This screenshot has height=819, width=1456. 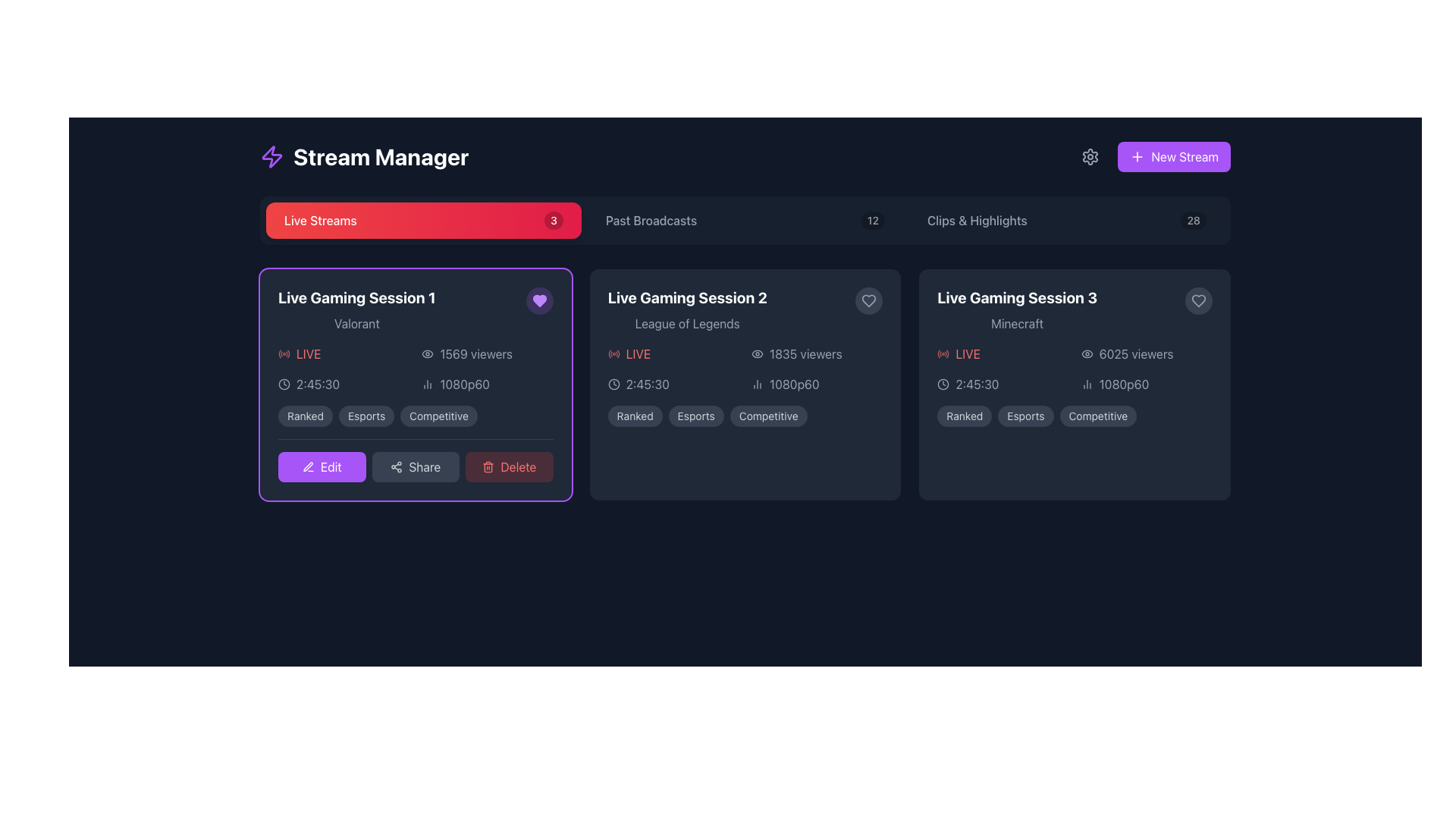 I want to click on the Static Text Content that serves as the title and subtitle for the gaming session, located in the first card of the stream manager interface, so click(x=356, y=309).